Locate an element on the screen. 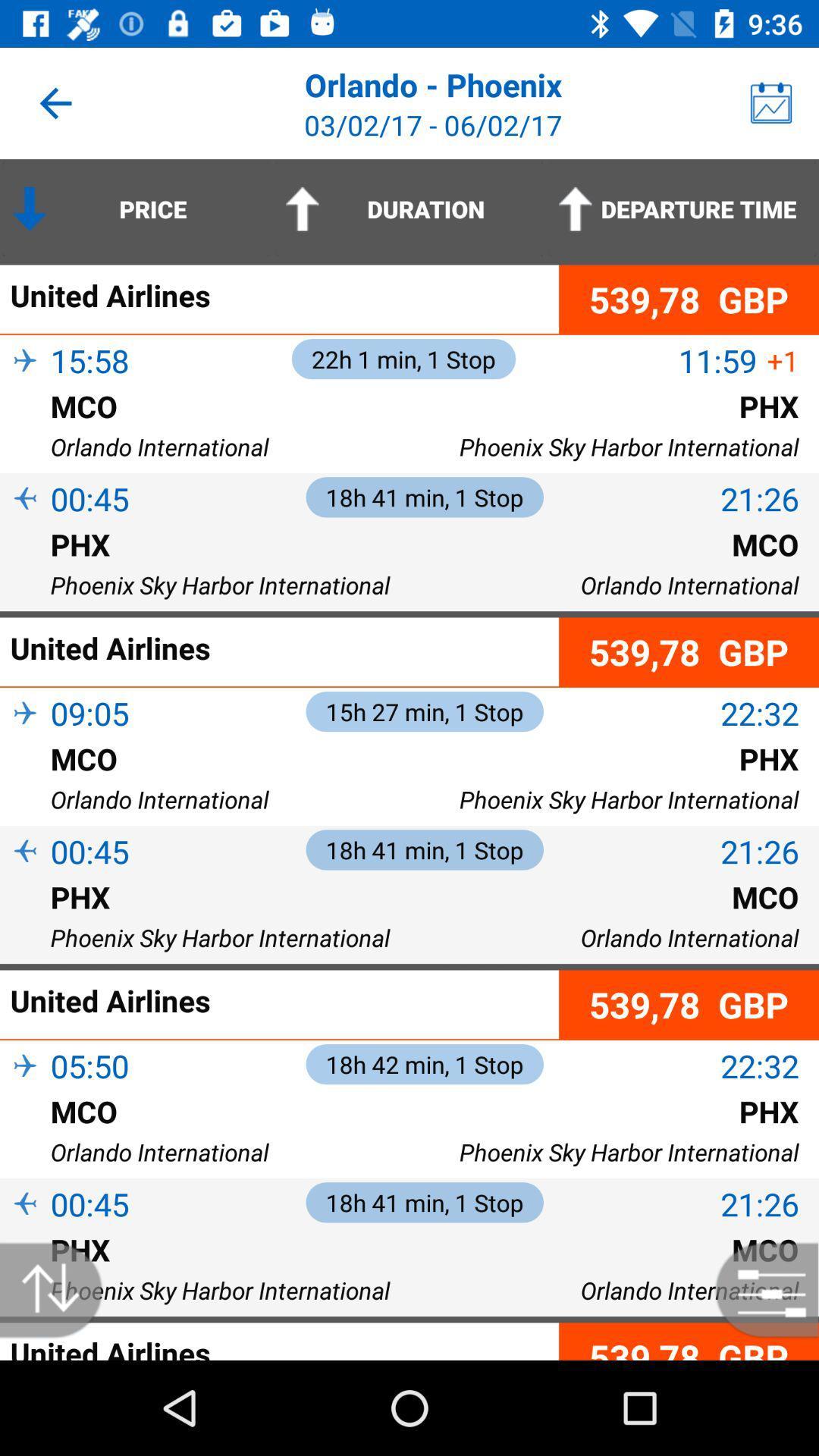  the sliders icon is located at coordinates (759, 1289).